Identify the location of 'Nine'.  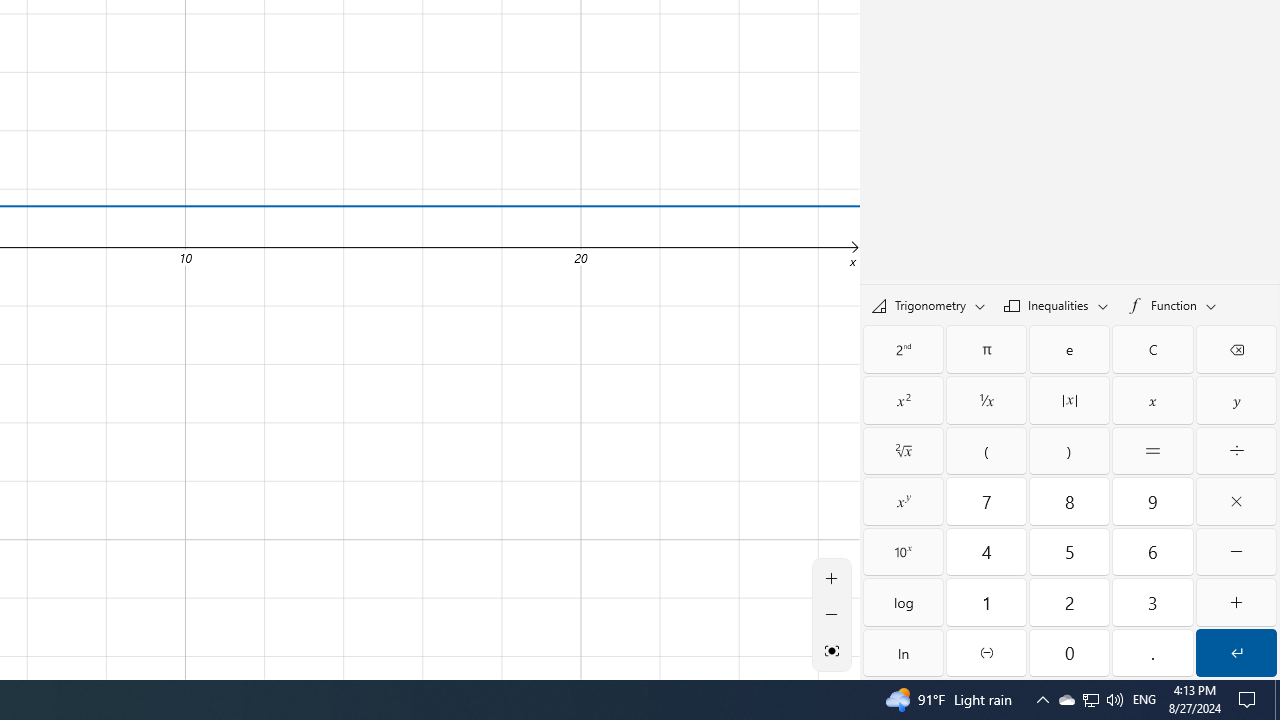
(1153, 500).